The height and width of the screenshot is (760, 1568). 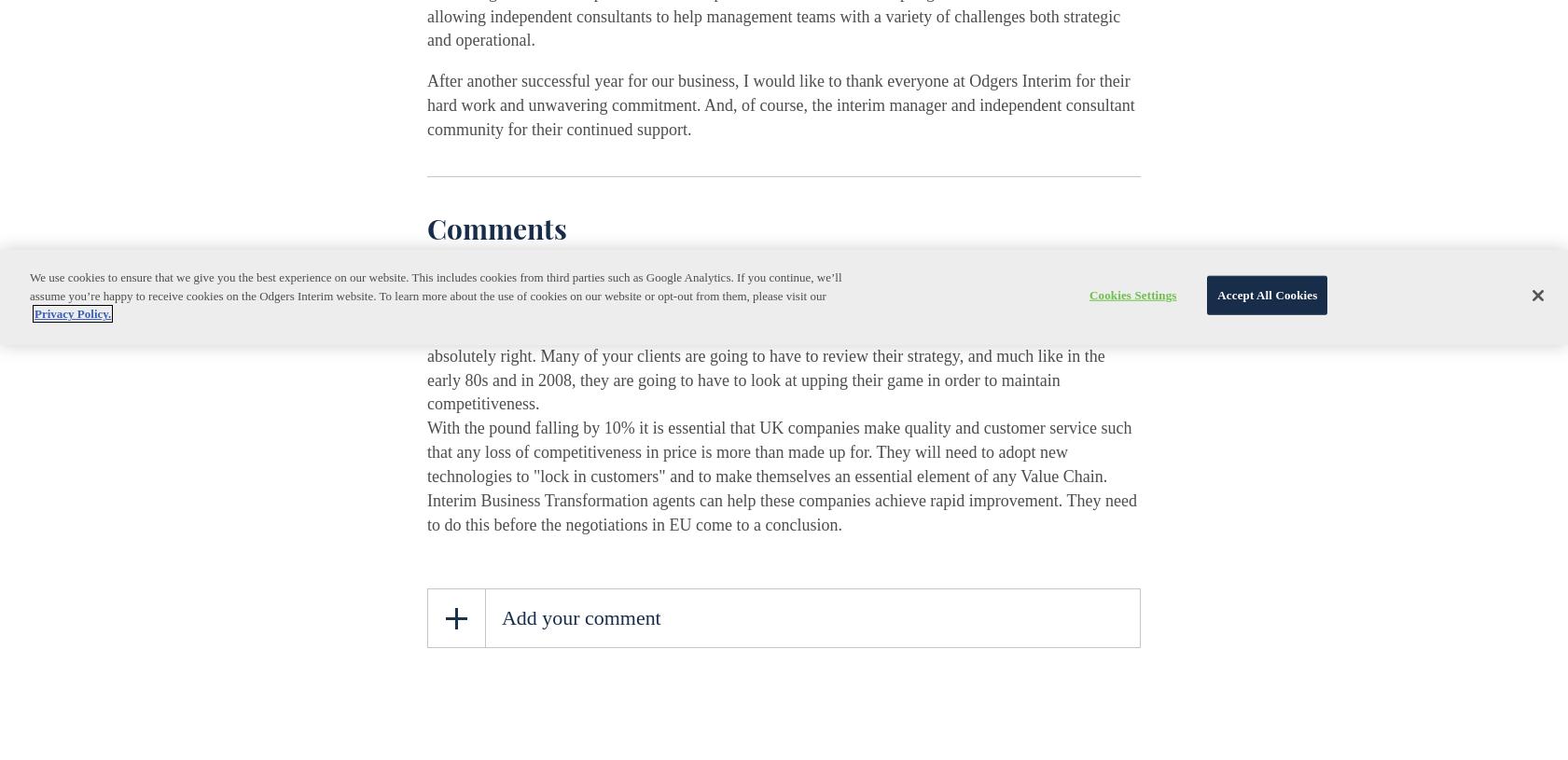 I want to click on 'With the pound falling by 10% it is essential that UK companies make quality and customer service such that any loss of competitiveness in price is more than made up for.  They will need to adopt new technologies to "lock in customers" and to make themselves an essential element of any Value Chain.', so click(x=778, y=452).